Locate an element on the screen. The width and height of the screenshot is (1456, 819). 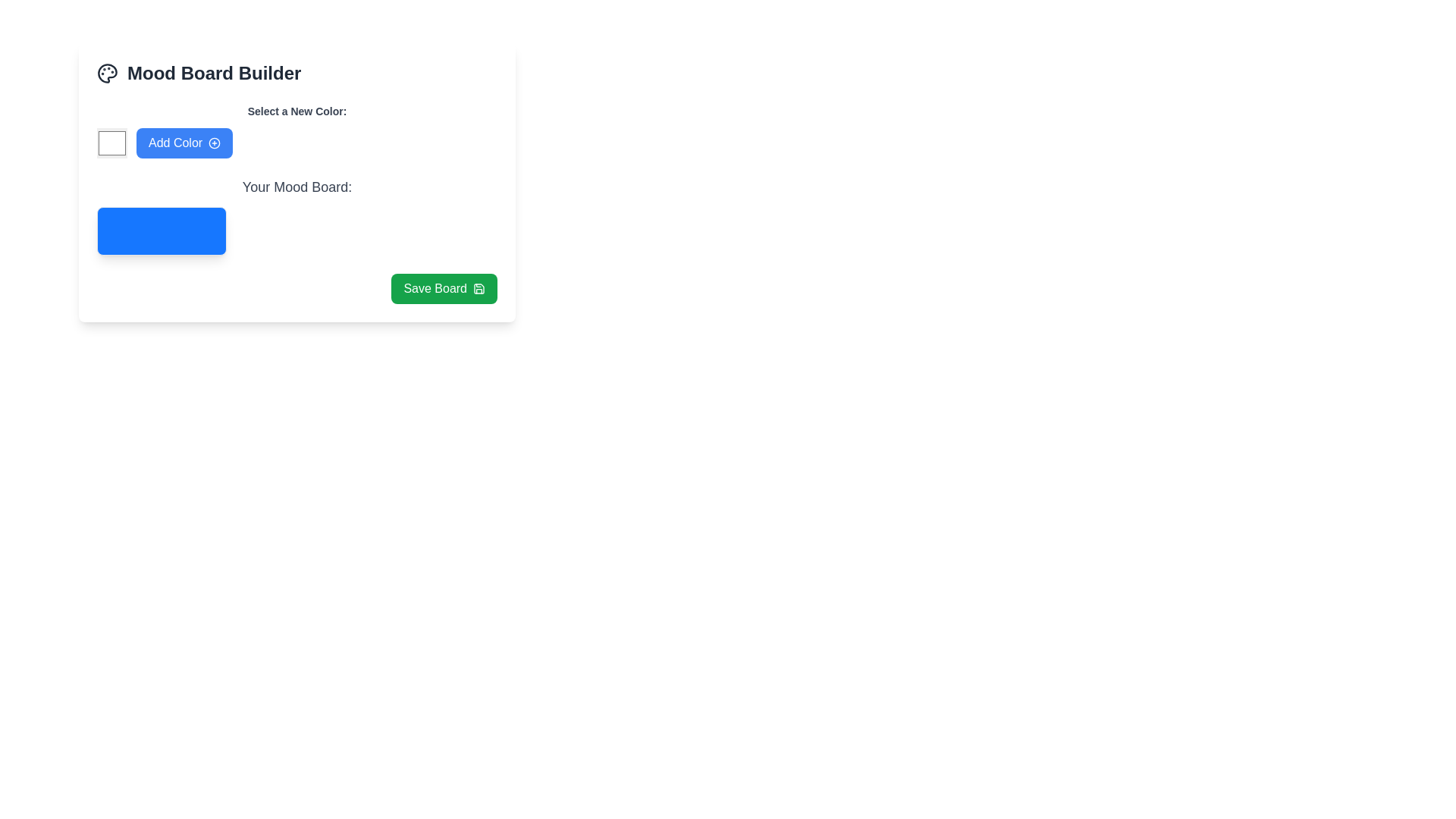
the save disk part of the save button icon located at the bottom-right corner of the interface is located at coordinates (479, 289).